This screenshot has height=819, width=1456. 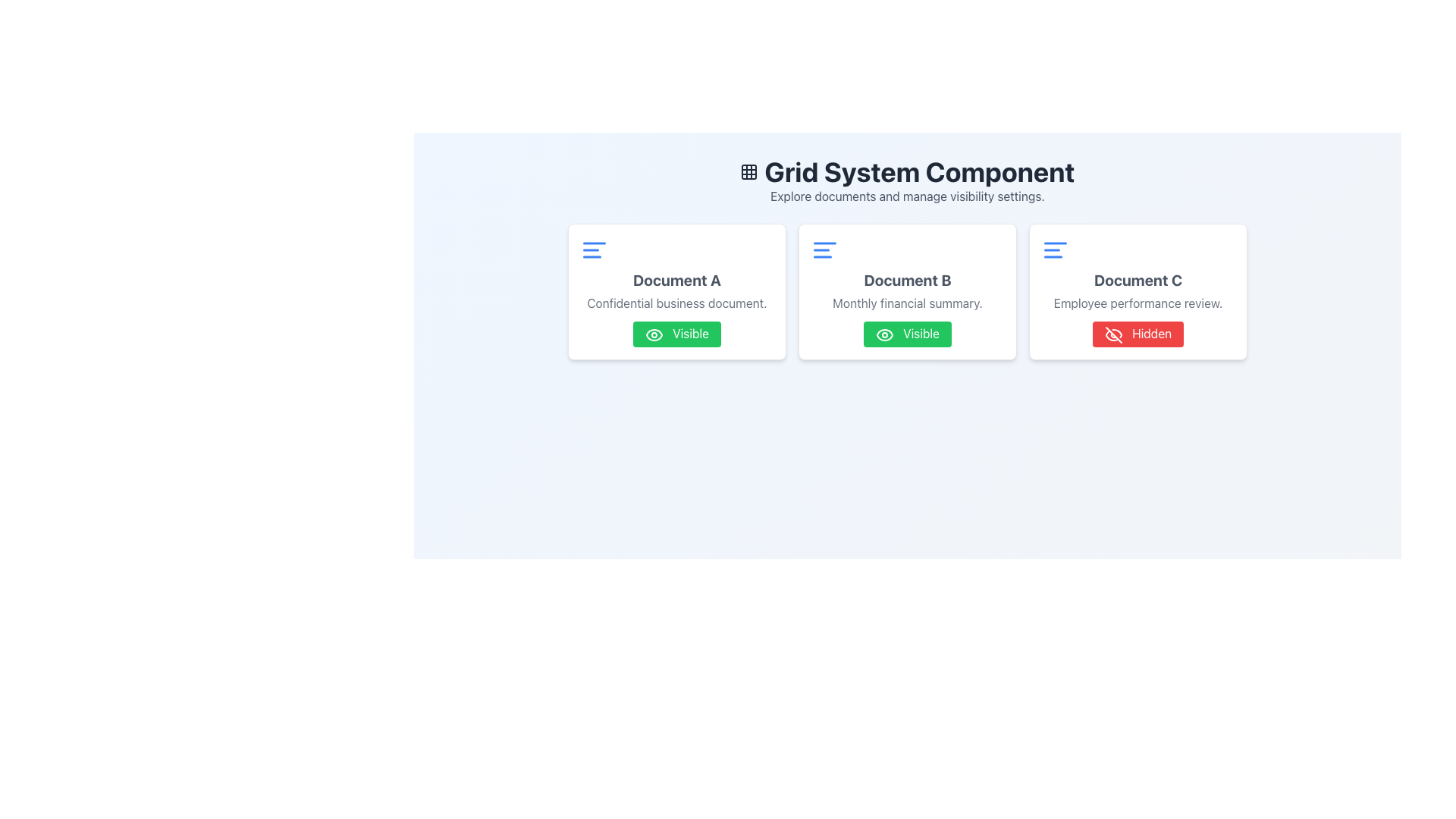 What do you see at coordinates (654, 334) in the screenshot?
I see `the circular eye-shaped icon with a green background located on the left side of the 'Visible' button adjacent to the 'Visible' label in the 'Document A' card` at bounding box center [654, 334].